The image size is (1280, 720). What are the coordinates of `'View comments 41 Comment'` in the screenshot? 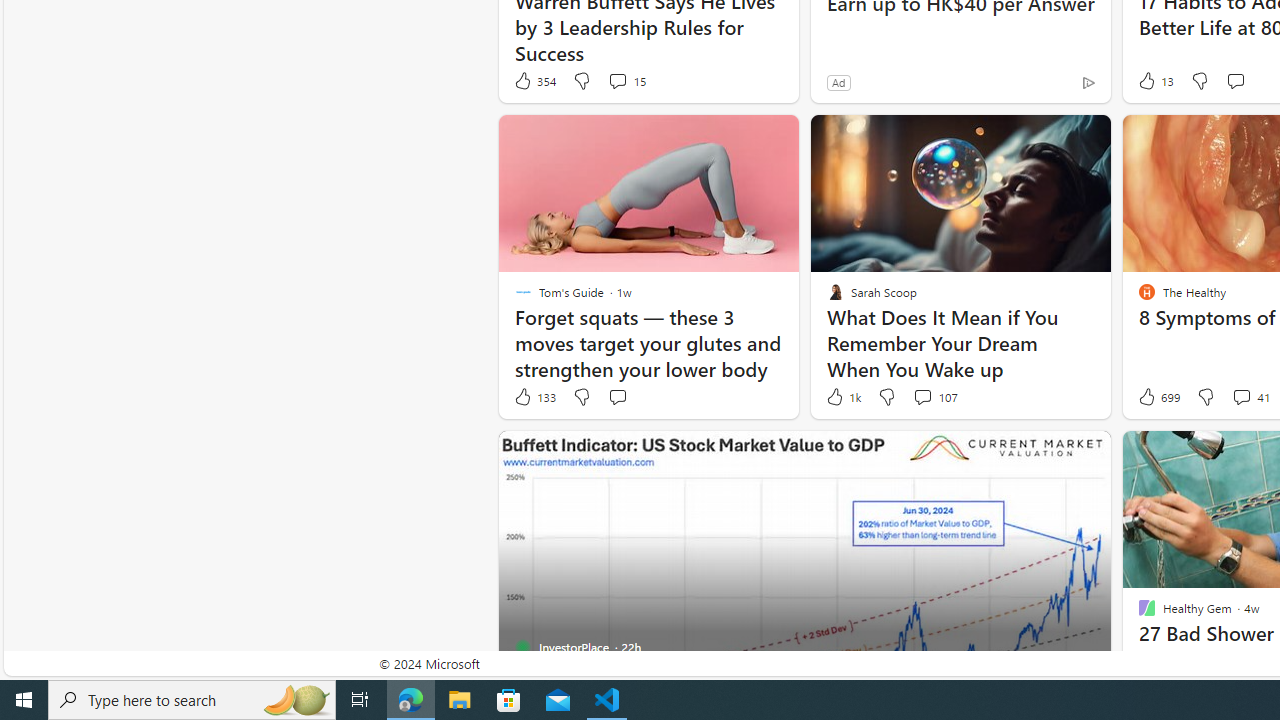 It's located at (1248, 397).